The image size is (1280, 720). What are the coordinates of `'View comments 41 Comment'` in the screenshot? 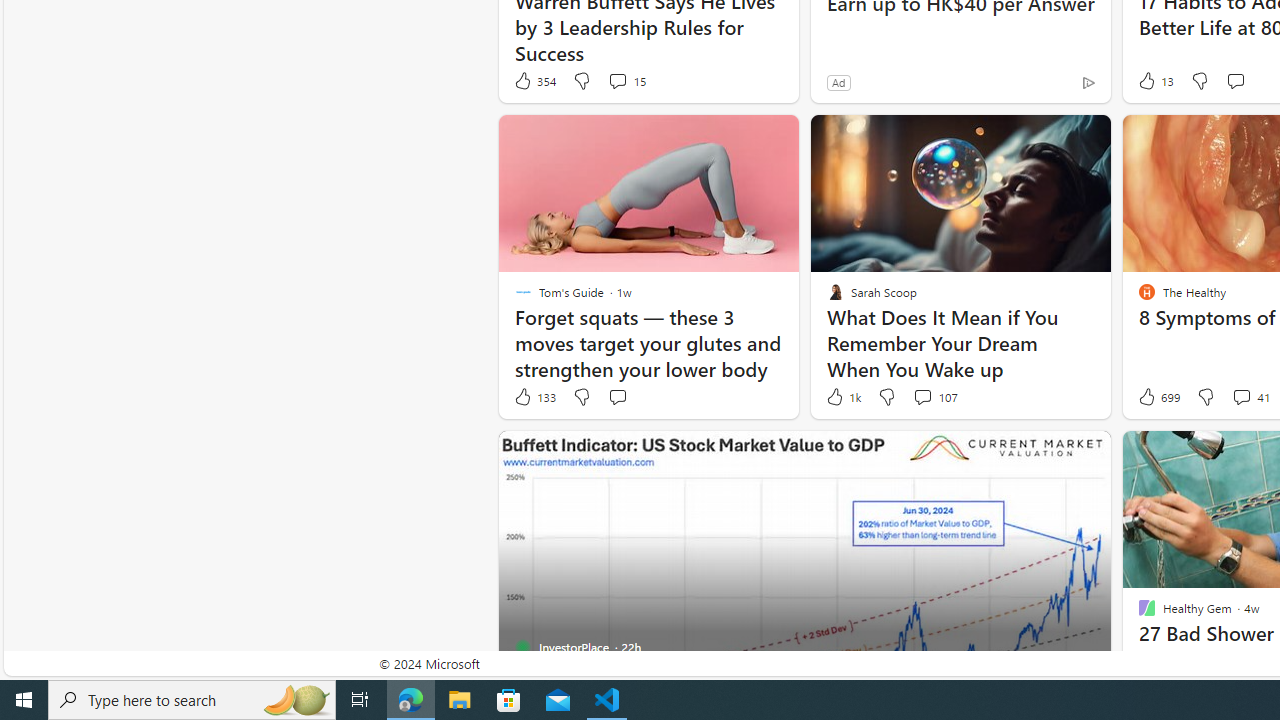 It's located at (1248, 397).